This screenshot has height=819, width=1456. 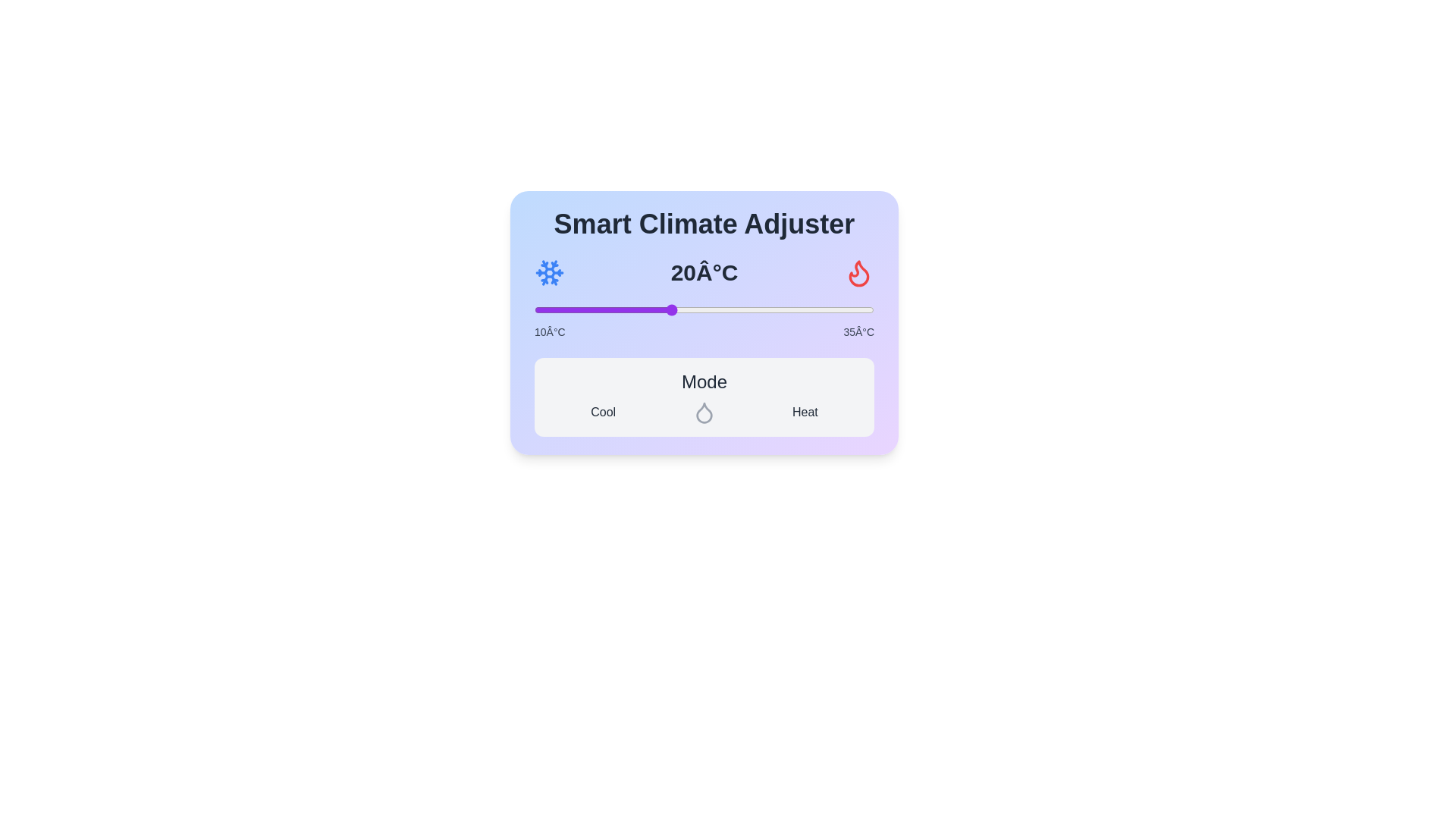 What do you see at coordinates (804, 412) in the screenshot?
I see `'Heat' button to select the heating mode` at bounding box center [804, 412].